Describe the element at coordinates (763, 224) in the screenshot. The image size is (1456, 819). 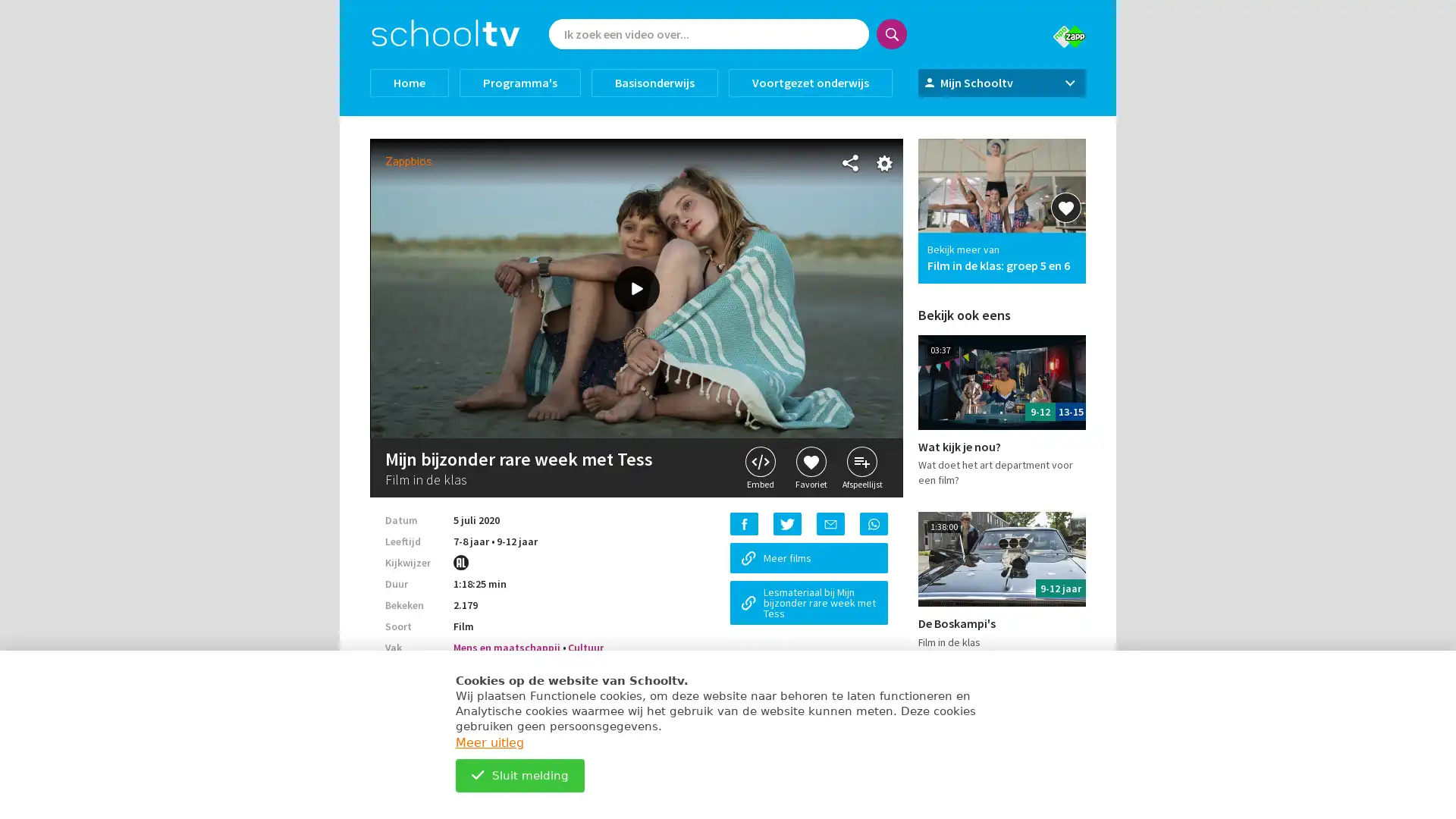
I see `Ja` at that location.